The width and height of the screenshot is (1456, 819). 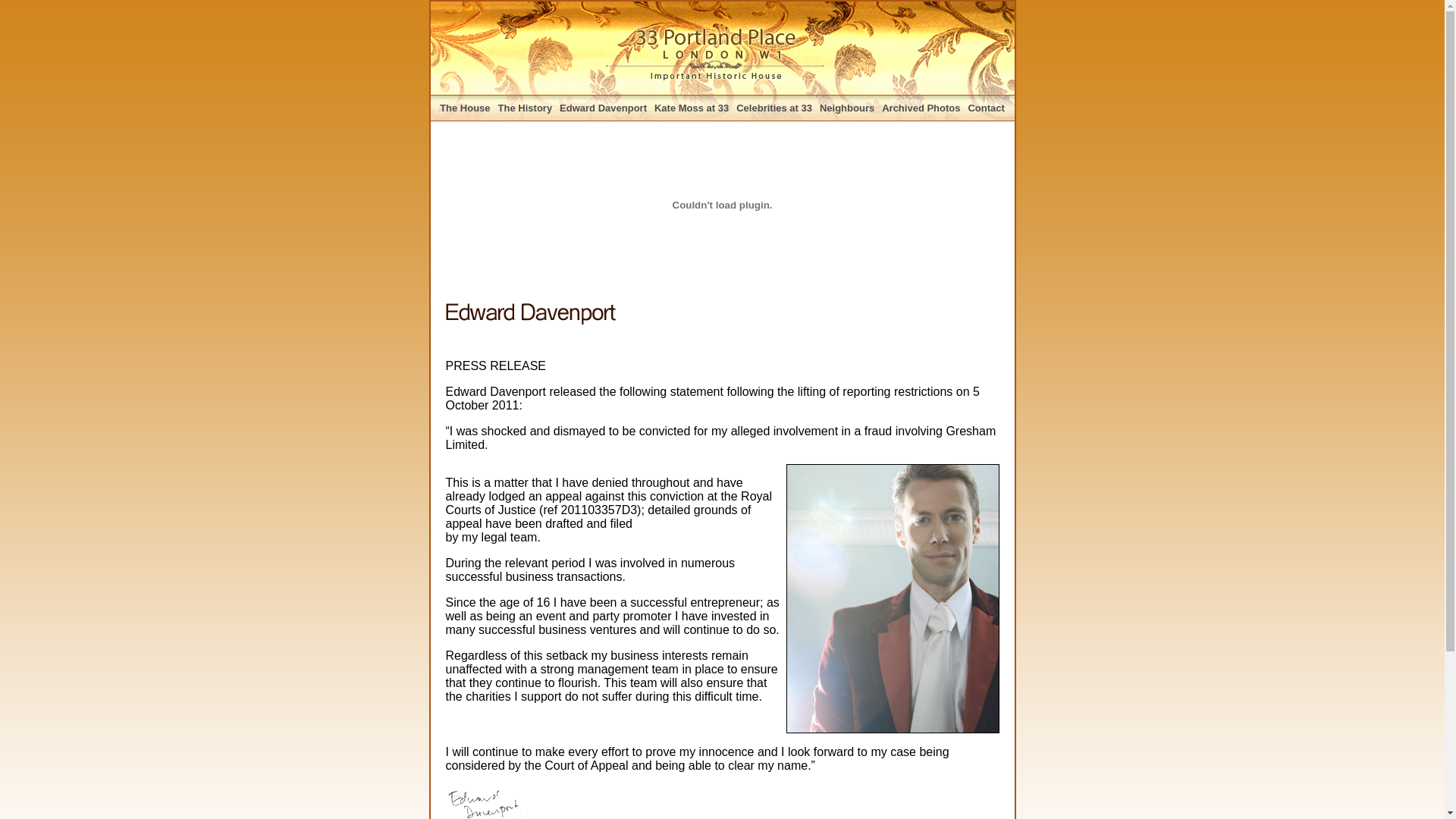 What do you see at coordinates (986, 107) in the screenshot?
I see `'Contact'` at bounding box center [986, 107].